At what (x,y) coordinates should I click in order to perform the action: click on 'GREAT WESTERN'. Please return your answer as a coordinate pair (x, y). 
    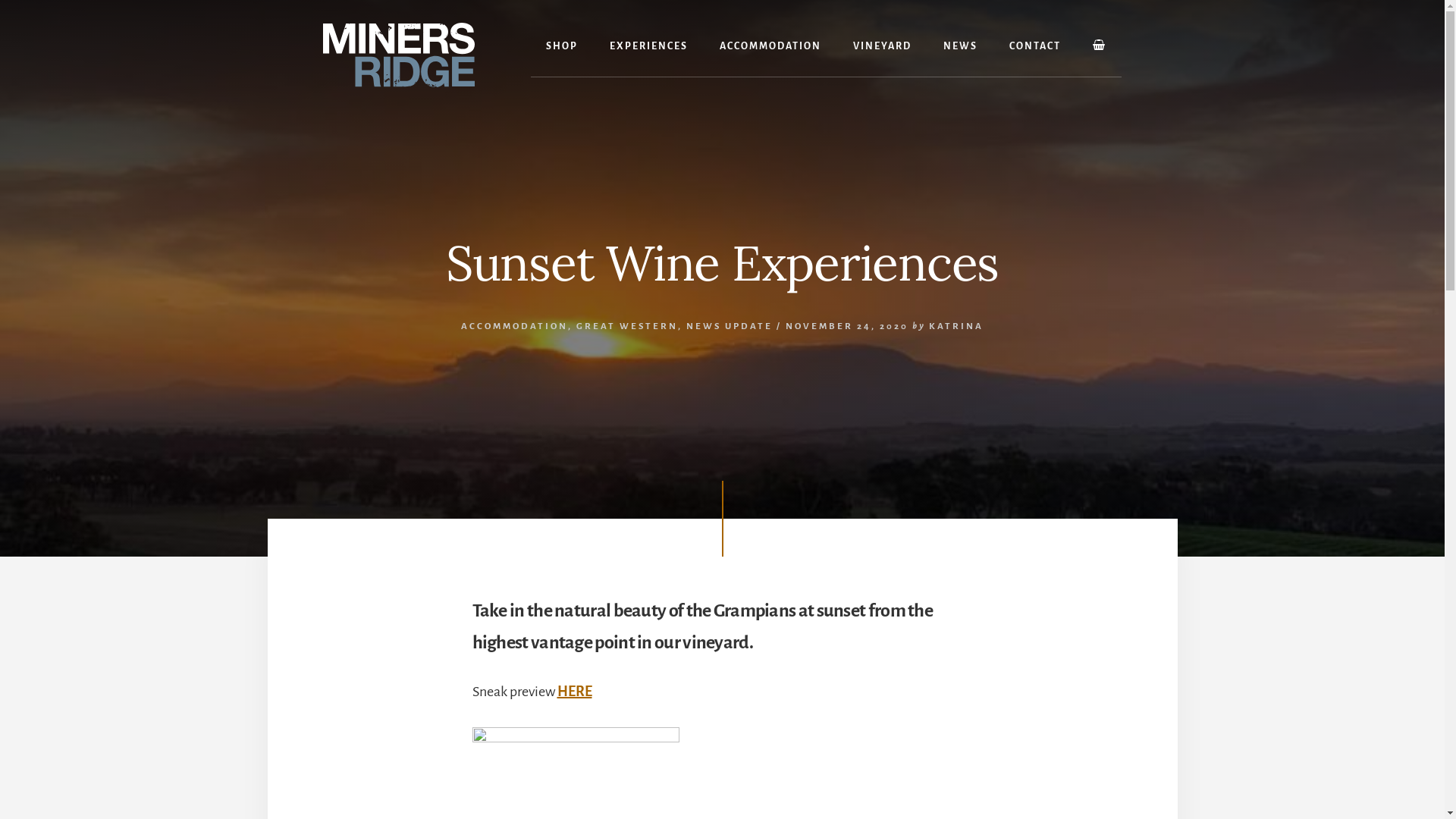
    Looking at the image, I should click on (626, 325).